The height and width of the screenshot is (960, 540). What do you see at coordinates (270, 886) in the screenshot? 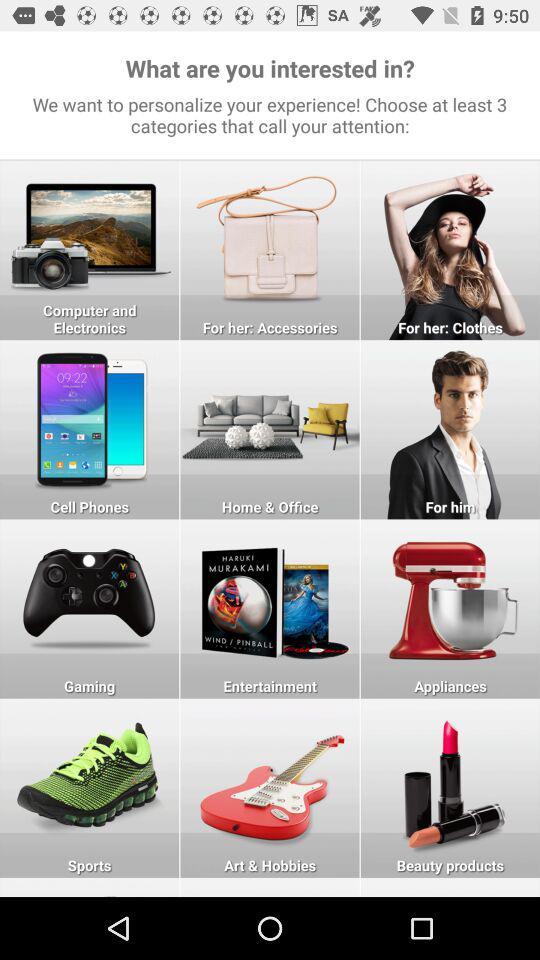
I see `art and hobbies` at bounding box center [270, 886].